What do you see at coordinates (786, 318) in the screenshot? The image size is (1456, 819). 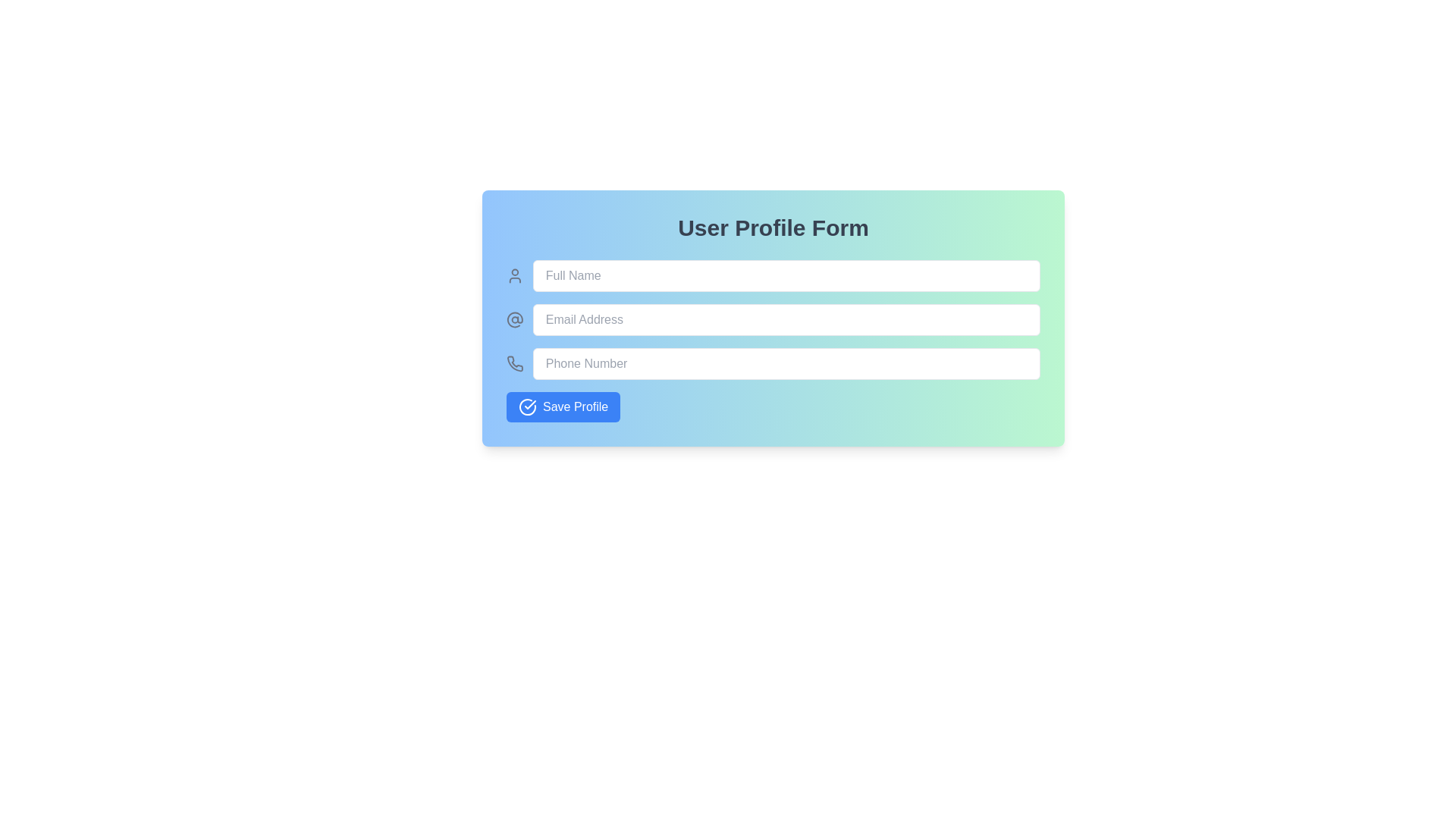 I see `the email input field in the user profile form` at bounding box center [786, 318].